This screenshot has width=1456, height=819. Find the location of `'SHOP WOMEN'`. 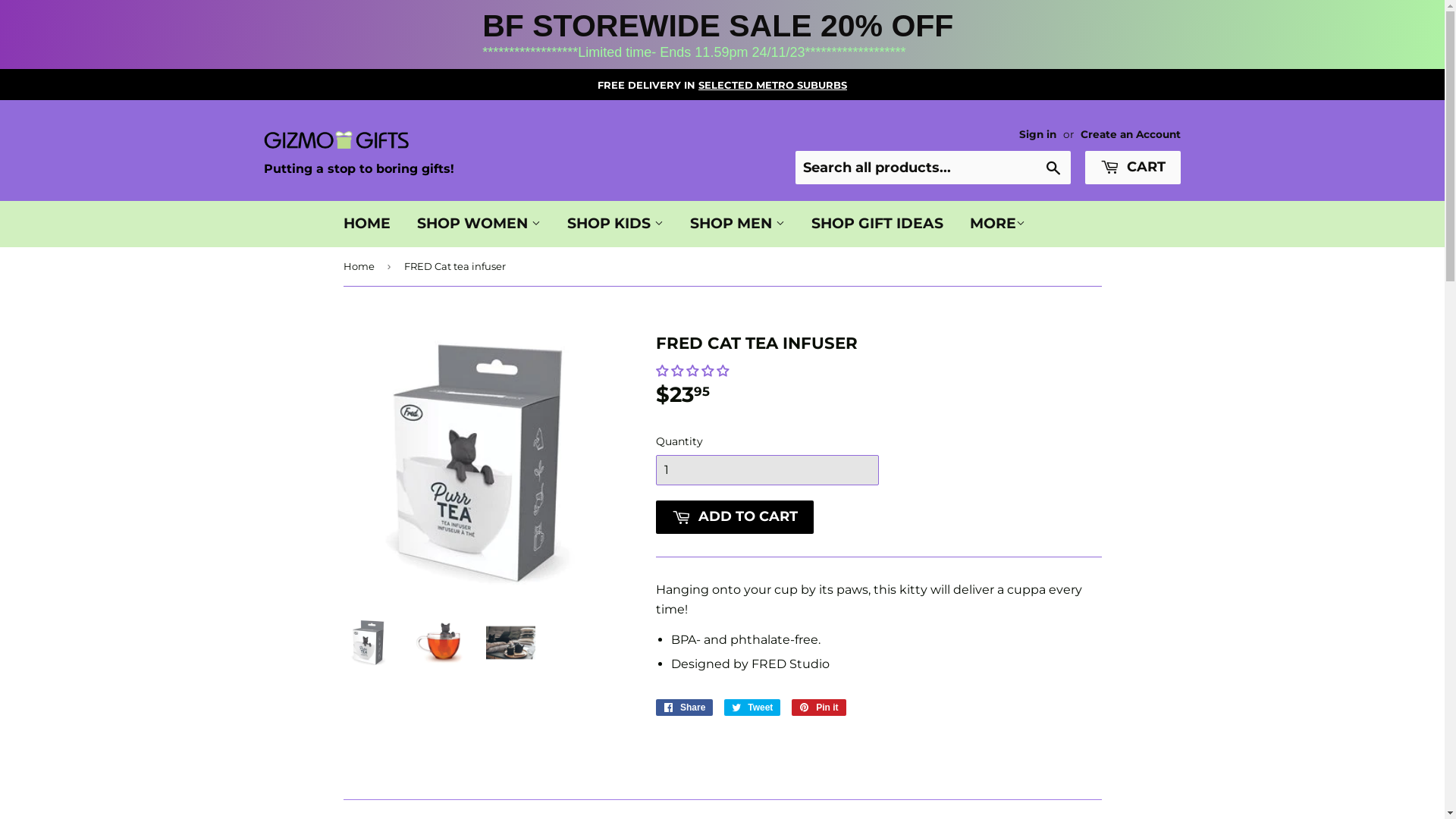

'SHOP WOMEN' is located at coordinates (404, 223).